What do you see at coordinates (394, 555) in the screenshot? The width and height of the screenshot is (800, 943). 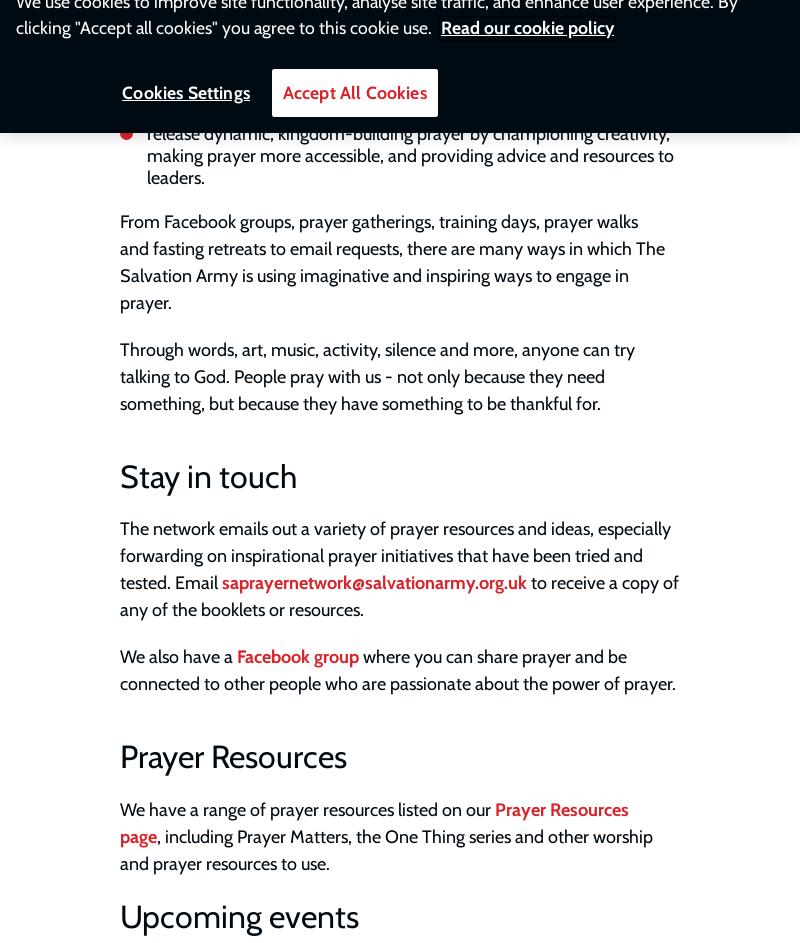 I see `'The network emails out a variety of prayer resources and ideas, especially forwarding on inspirational prayer initiatives that have been tried and tested. Email'` at bounding box center [394, 555].